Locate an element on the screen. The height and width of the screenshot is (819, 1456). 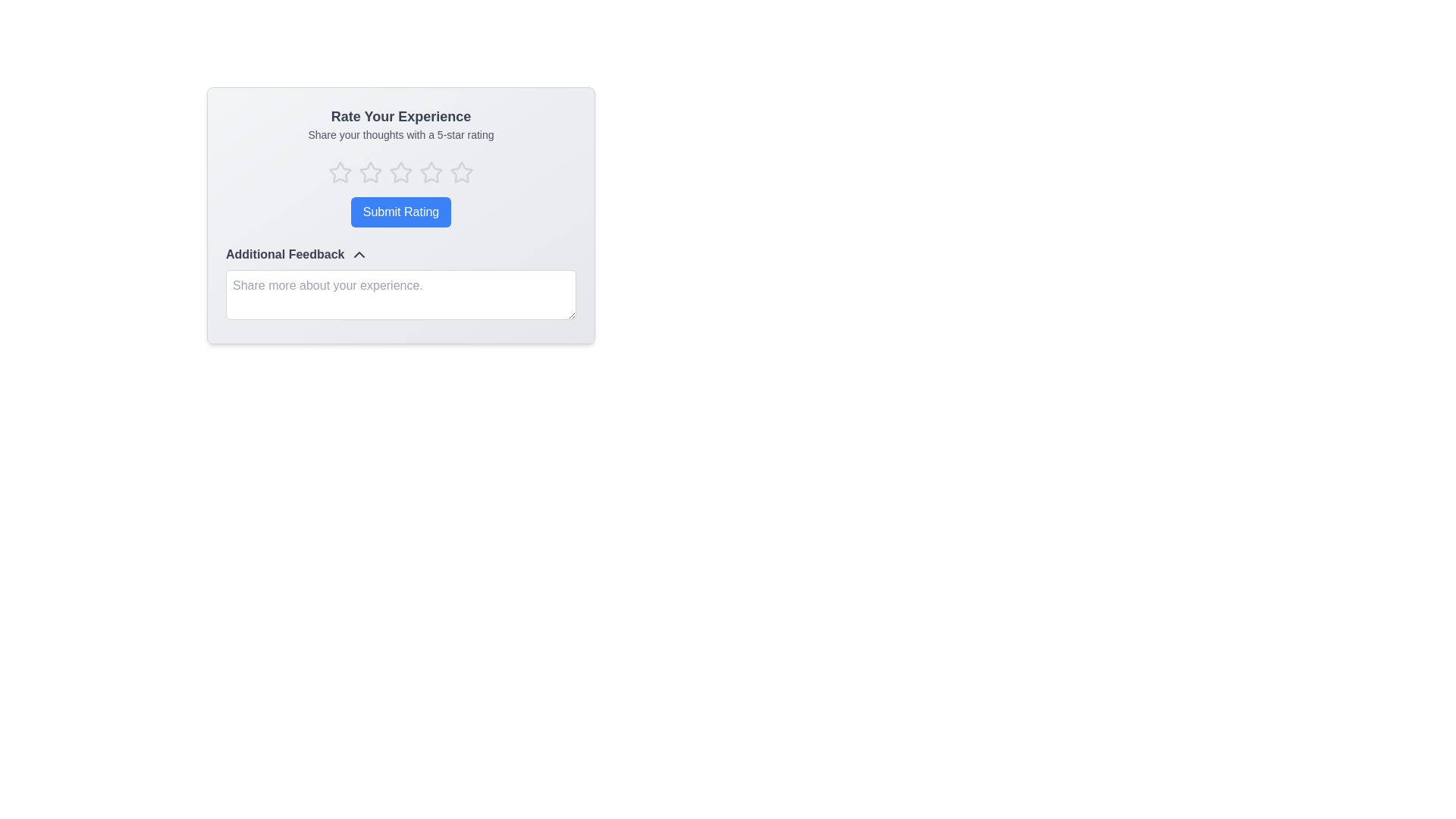
the fourth star icon from the left to rate it as a '4-star' rating under the 'Rate Your Experience' section is located at coordinates (461, 171).